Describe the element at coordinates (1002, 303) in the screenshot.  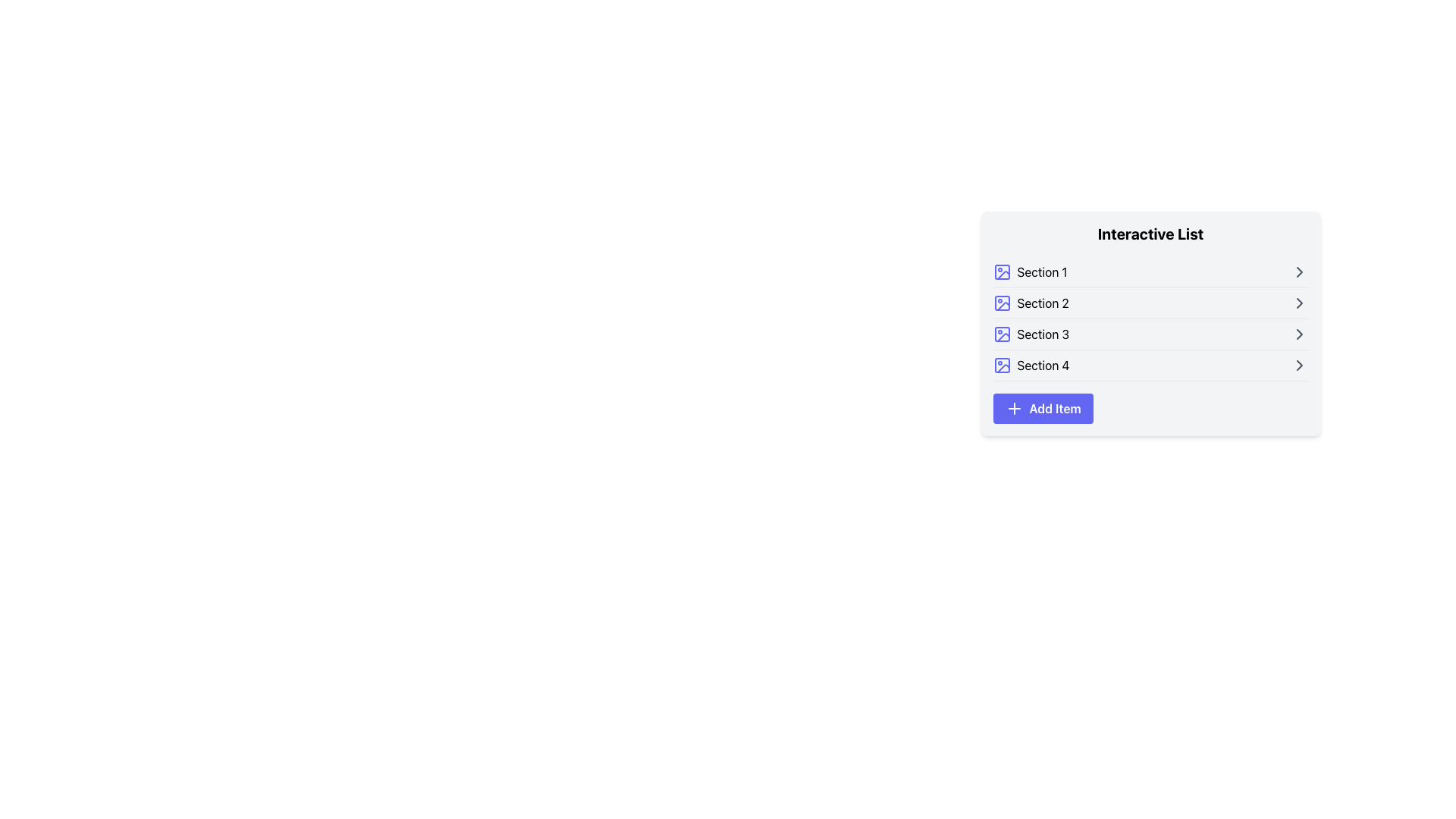
I see `the square-shaped indigo outlined icon with a minimalistic design located to the left of the text label 'Section 2'` at that location.